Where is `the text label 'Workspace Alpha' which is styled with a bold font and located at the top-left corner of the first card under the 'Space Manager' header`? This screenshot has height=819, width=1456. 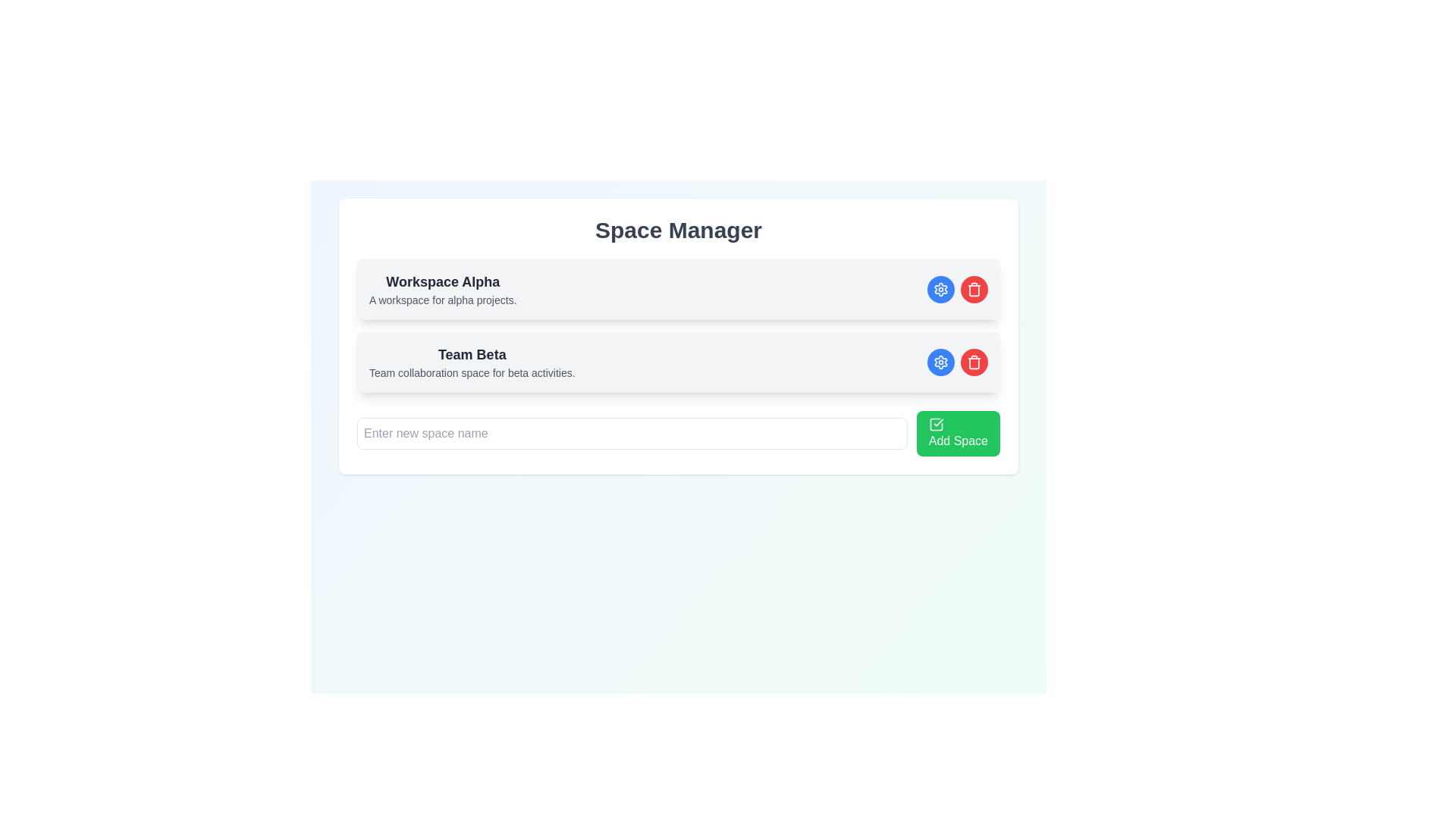
the text label 'Workspace Alpha' which is styled with a bold font and located at the top-left corner of the first card under the 'Space Manager' header is located at coordinates (442, 281).